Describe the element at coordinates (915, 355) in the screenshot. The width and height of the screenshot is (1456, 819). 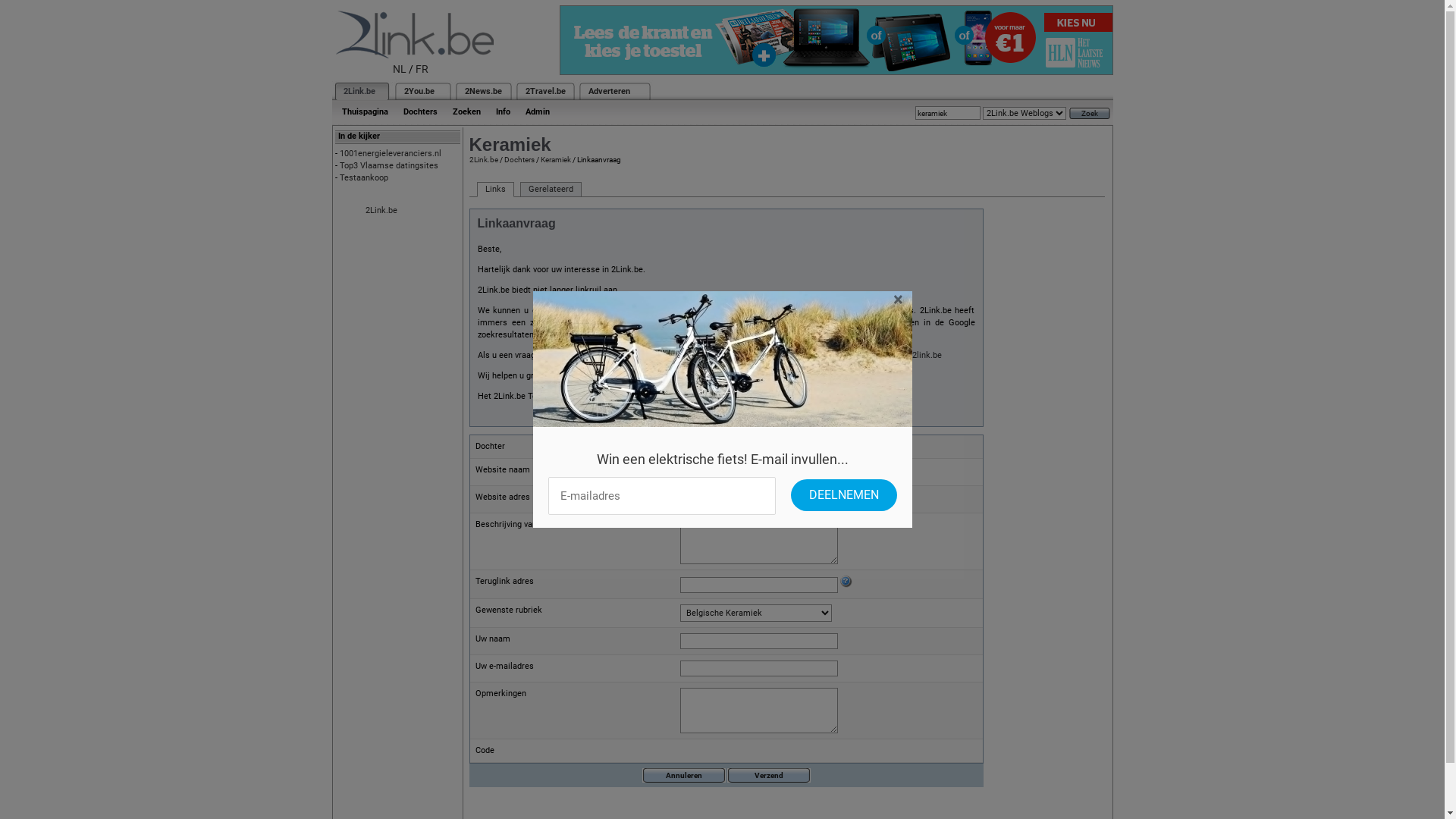
I see `'info@2link.be'` at that location.